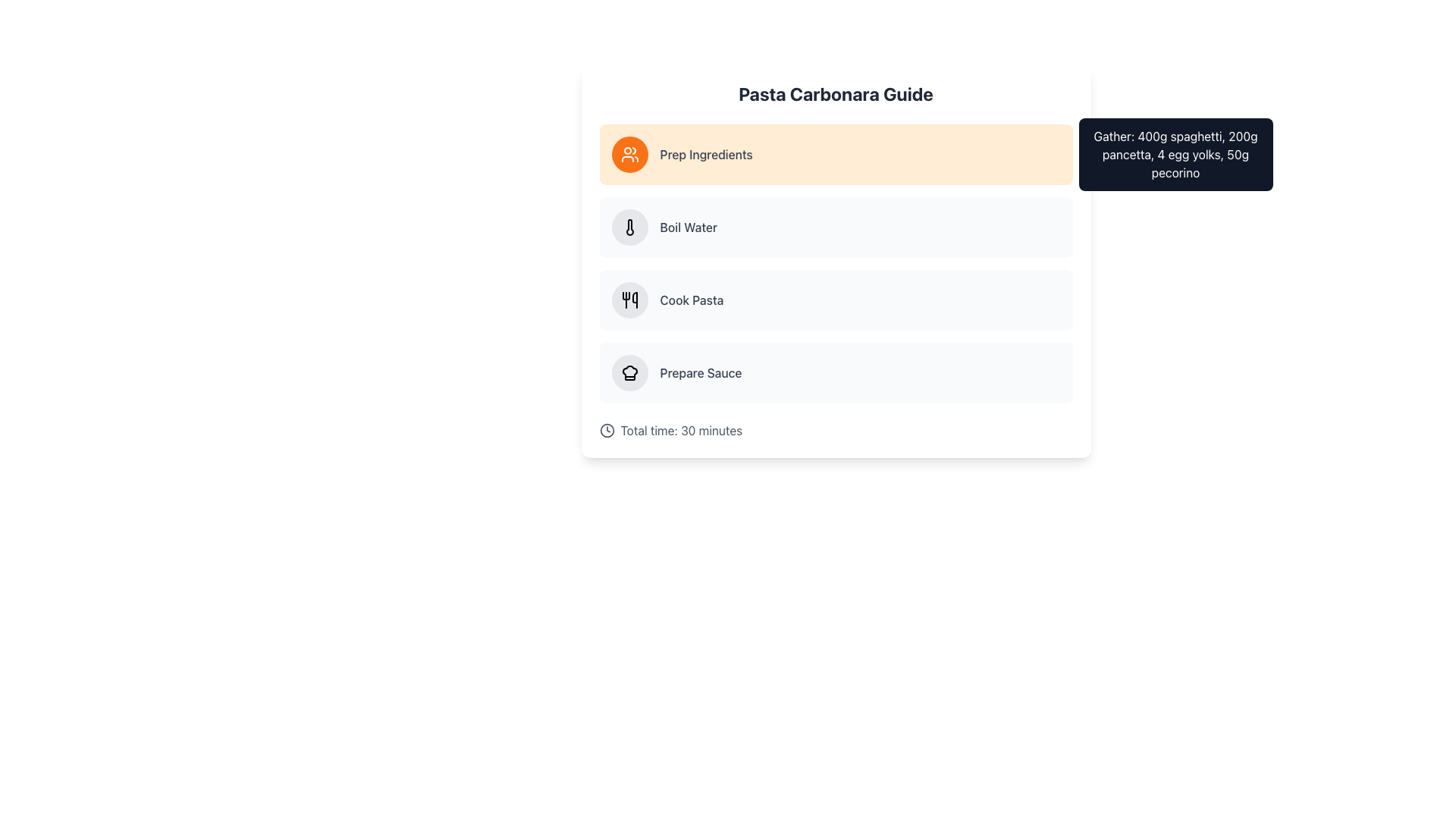  I want to click on the circular component representing the outer boundary of the clock icon, which is adjacent to the text 'Total time: 30 minutes' in the bottom left of the list item, so click(607, 430).